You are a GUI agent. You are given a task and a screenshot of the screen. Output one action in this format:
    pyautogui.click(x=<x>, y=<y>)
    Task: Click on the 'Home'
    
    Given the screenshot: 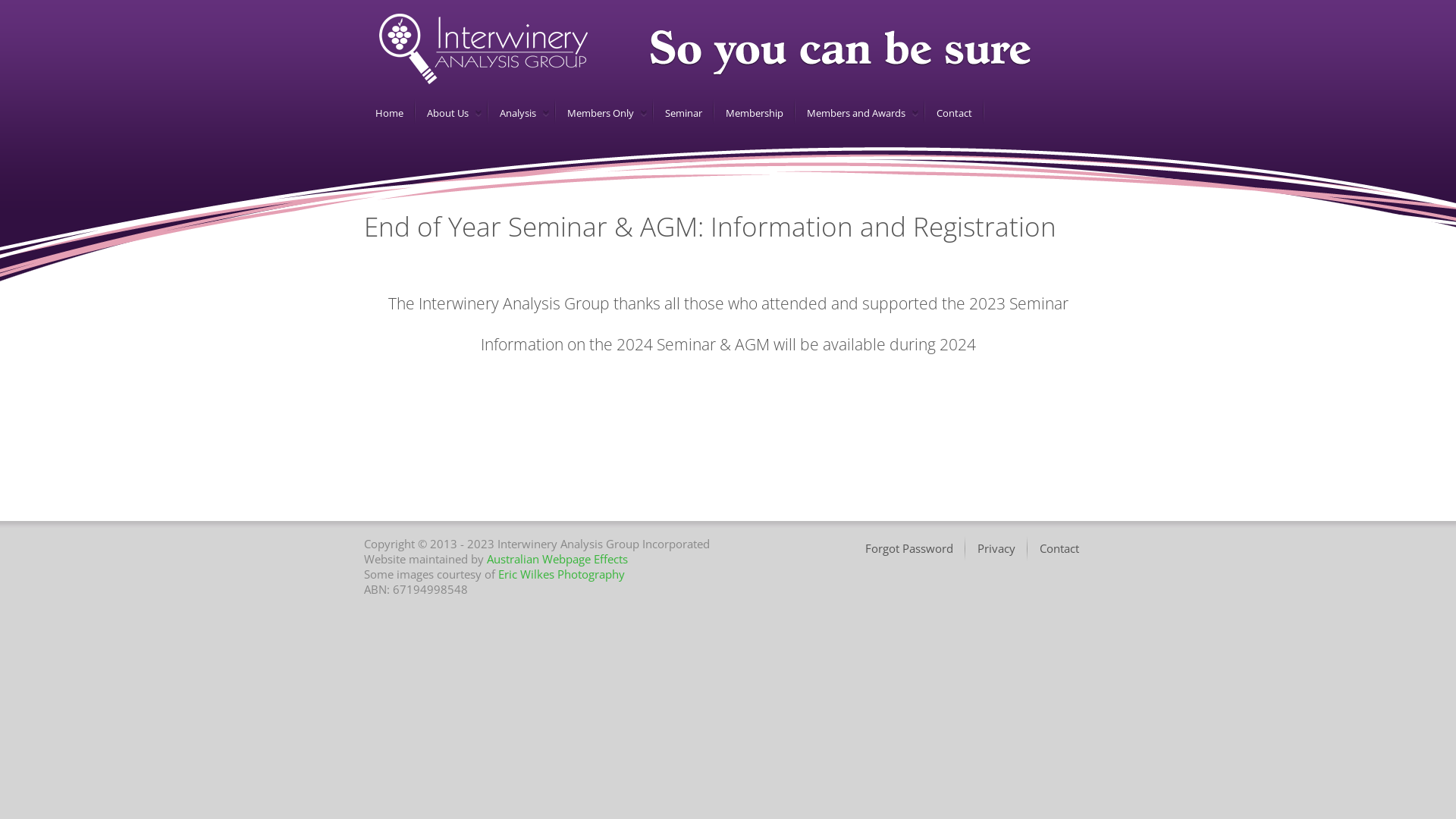 What is the action you would take?
    pyautogui.click(x=364, y=112)
    